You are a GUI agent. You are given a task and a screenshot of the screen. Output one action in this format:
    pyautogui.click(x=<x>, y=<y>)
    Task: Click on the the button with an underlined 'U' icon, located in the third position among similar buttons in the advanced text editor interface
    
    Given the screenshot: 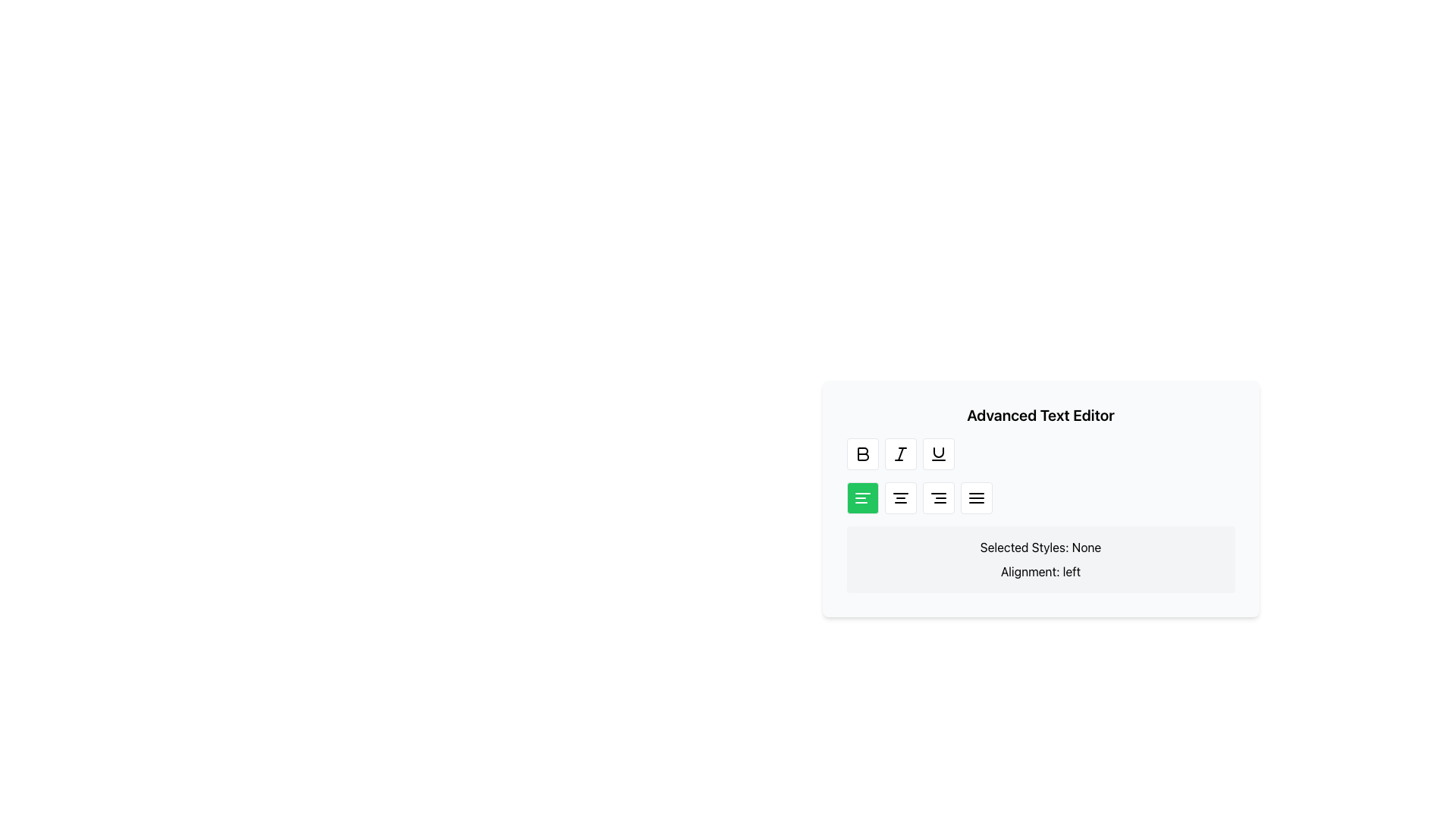 What is the action you would take?
    pyautogui.click(x=937, y=453)
    